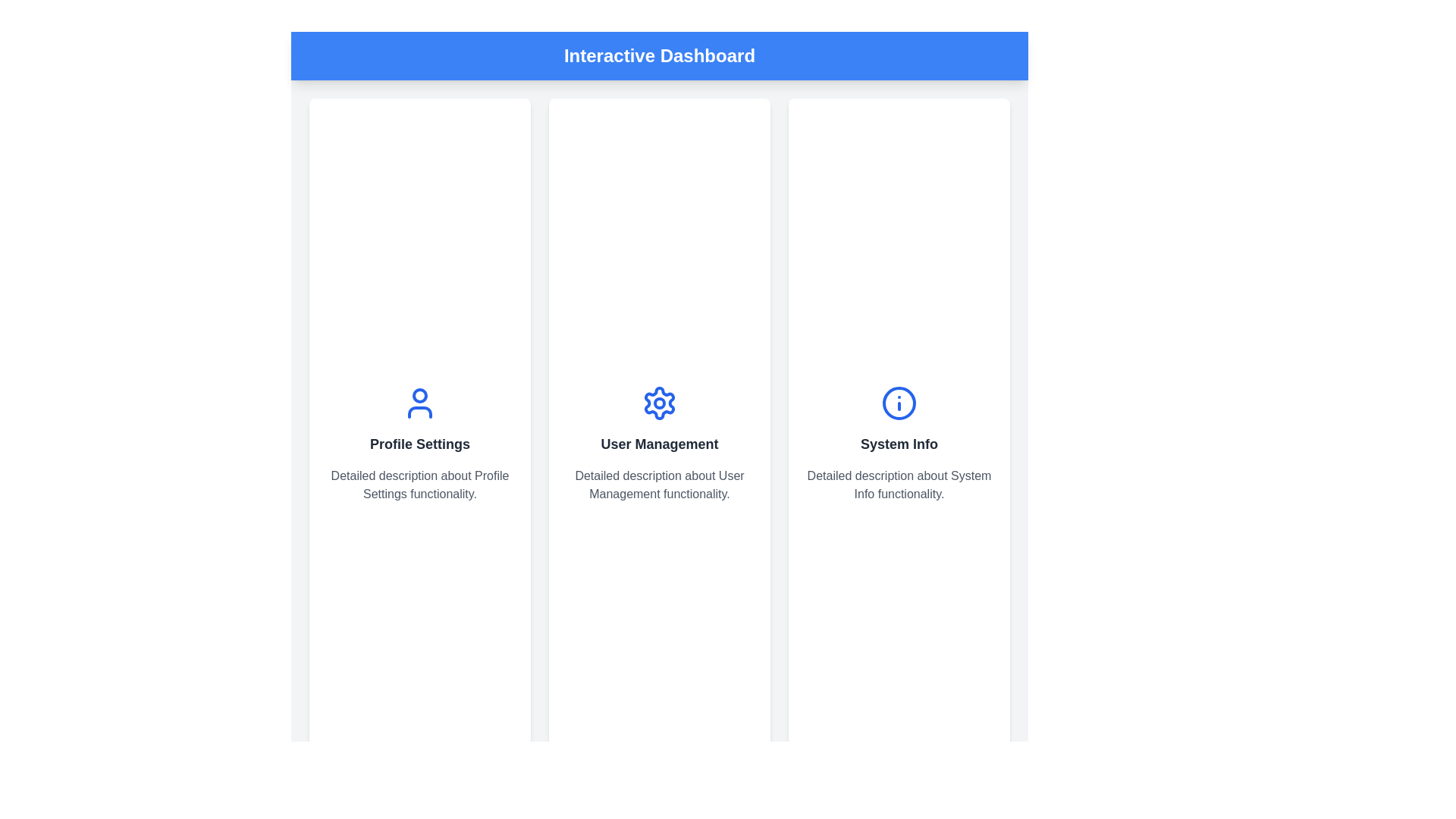  I want to click on the Header Bar, which is a solid blue banner at the top of the application displaying bold white text that reads 'Interactive Dashboard', so click(659, 55).